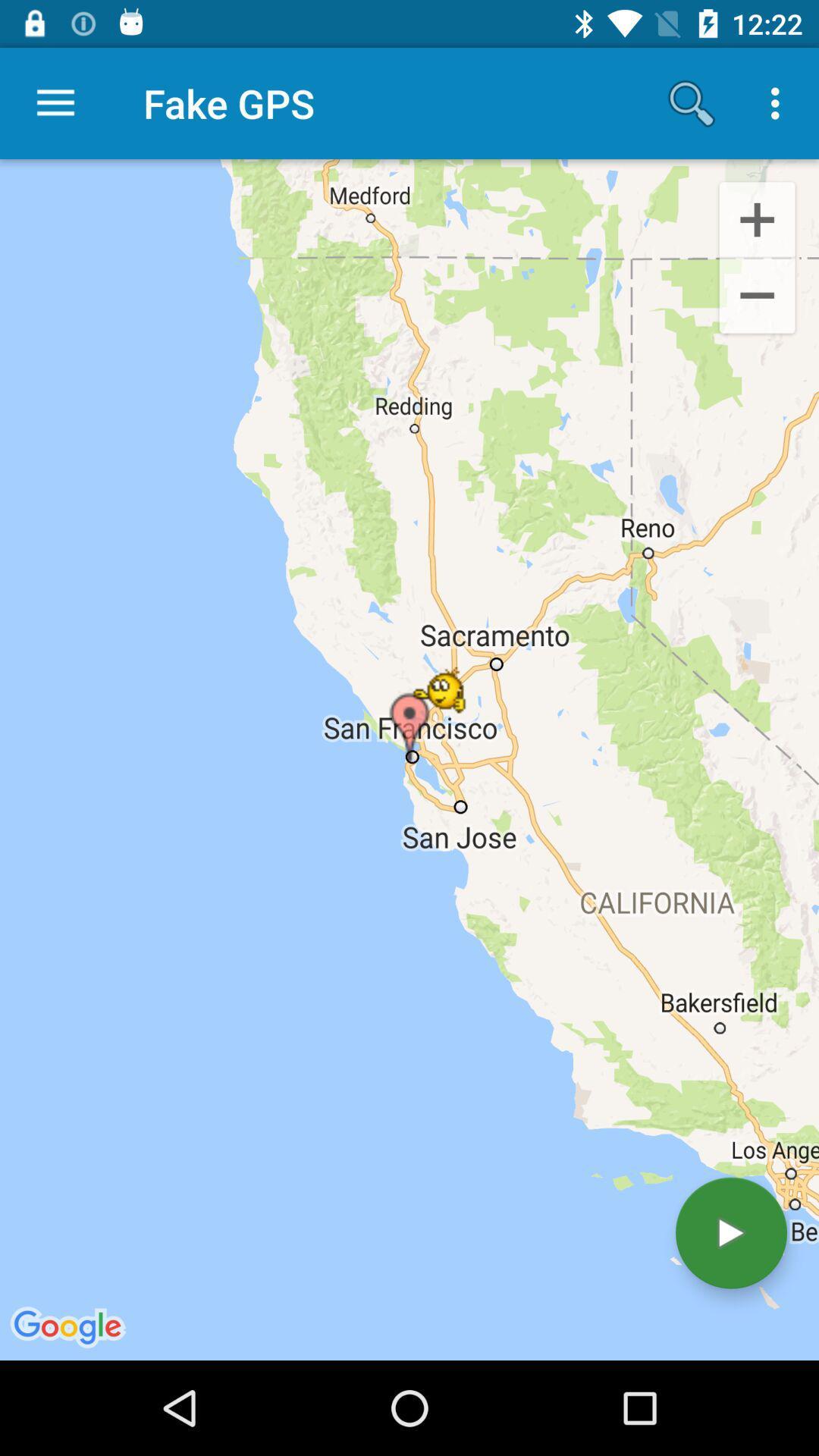  What do you see at coordinates (757, 298) in the screenshot?
I see `the minus icon` at bounding box center [757, 298].